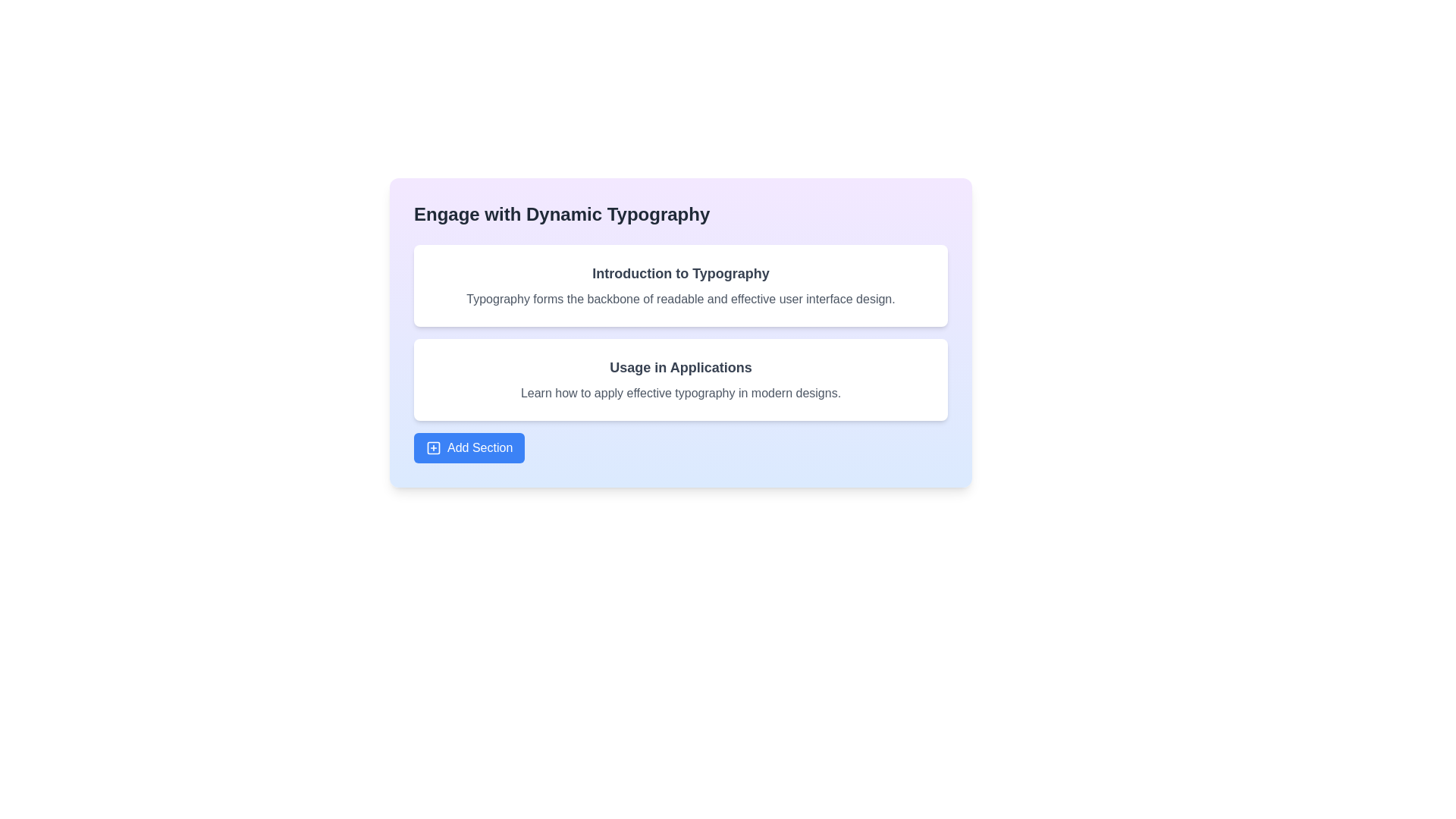 This screenshot has height=819, width=1456. What do you see at coordinates (432, 447) in the screenshot?
I see `the 'Add Section' button by clicking on the graphical icon with a plus sign, which is located at the bottom-left corner of the main interface panel` at bounding box center [432, 447].